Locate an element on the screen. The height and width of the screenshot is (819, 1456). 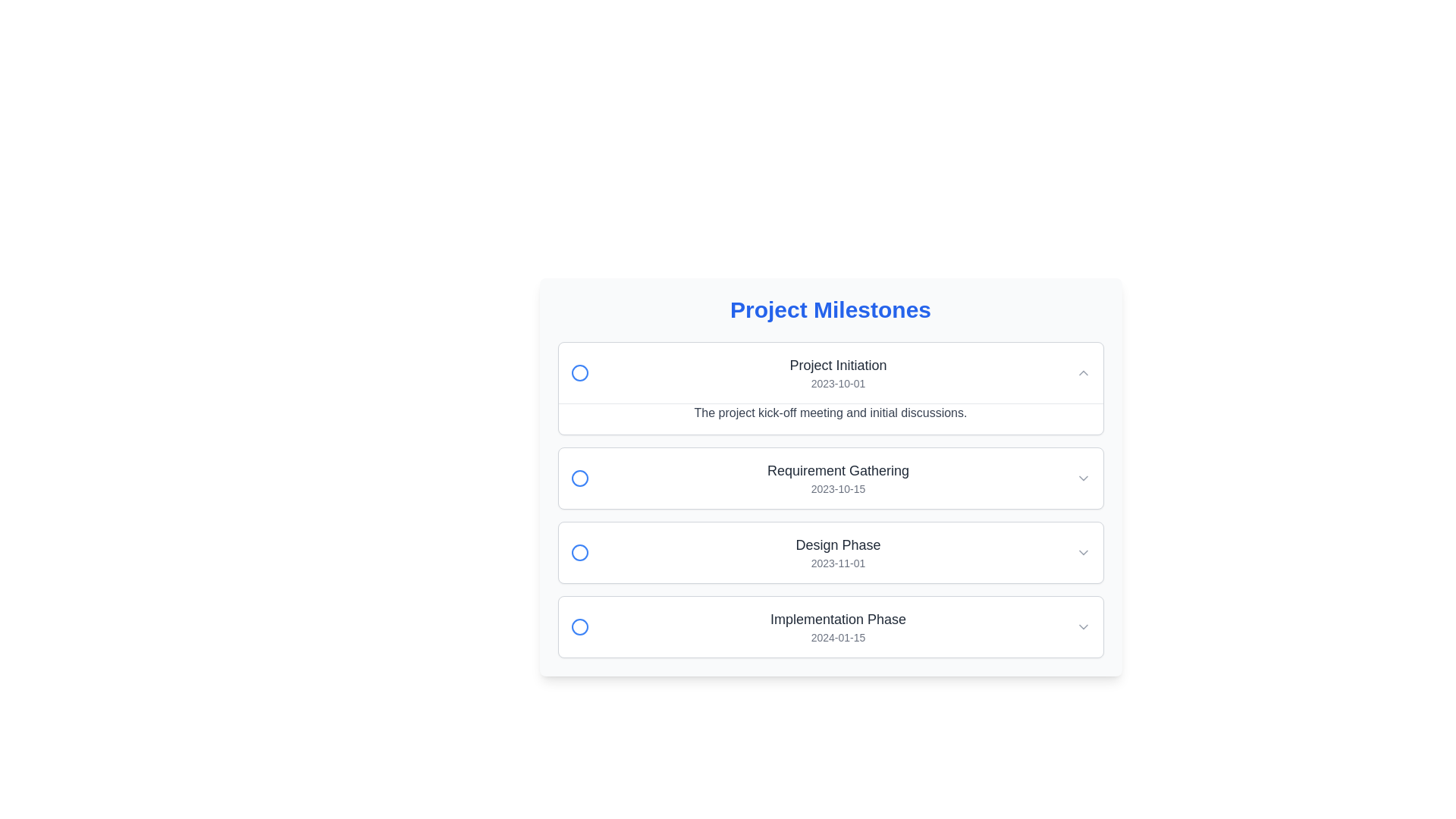
the text block displaying 'Requirement Gathering' and '2023-10-15' is located at coordinates (837, 479).